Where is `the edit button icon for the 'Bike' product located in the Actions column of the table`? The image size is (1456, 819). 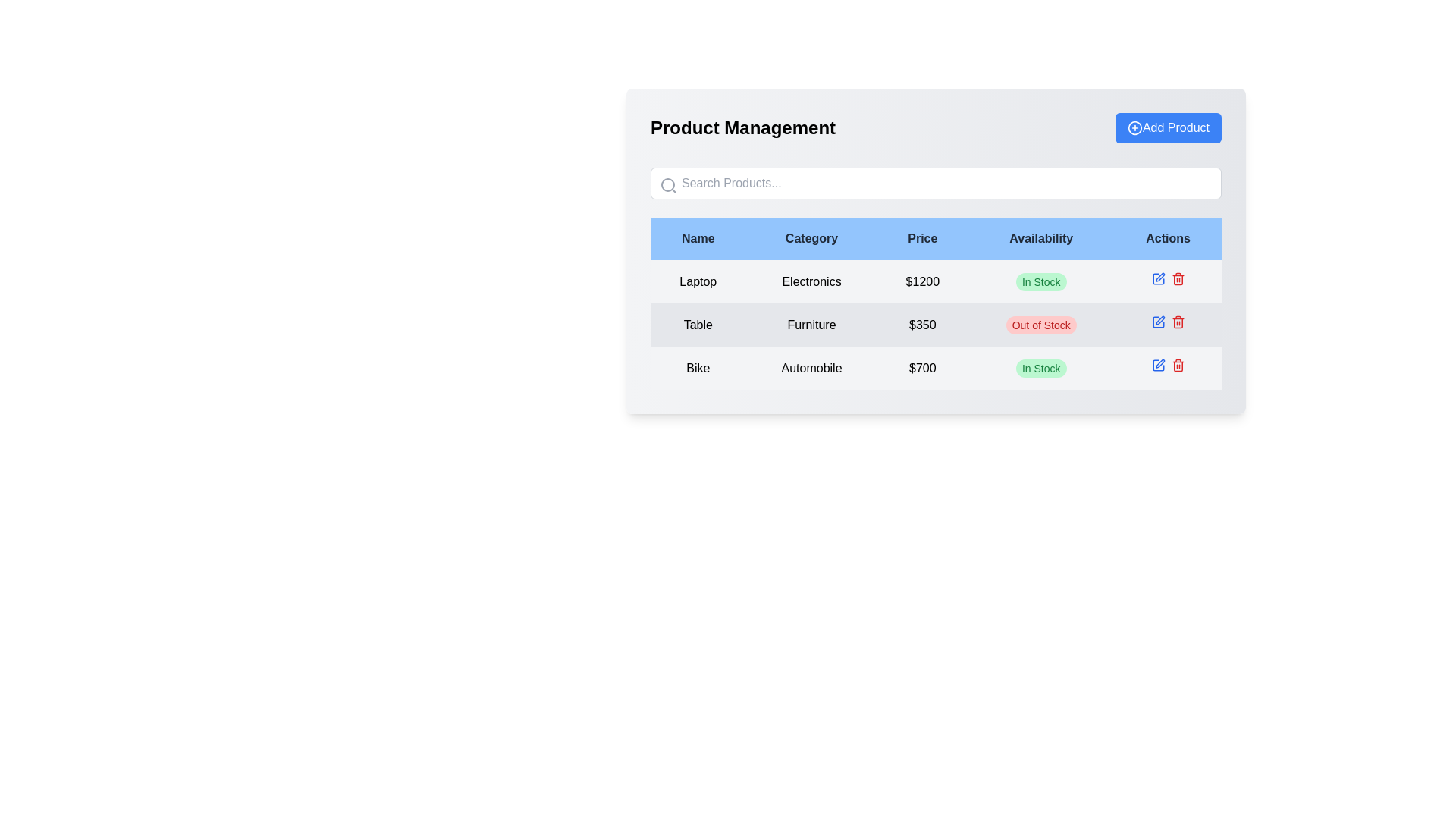 the edit button icon for the 'Bike' product located in the Actions column of the table is located at coordinates (1157, 366).